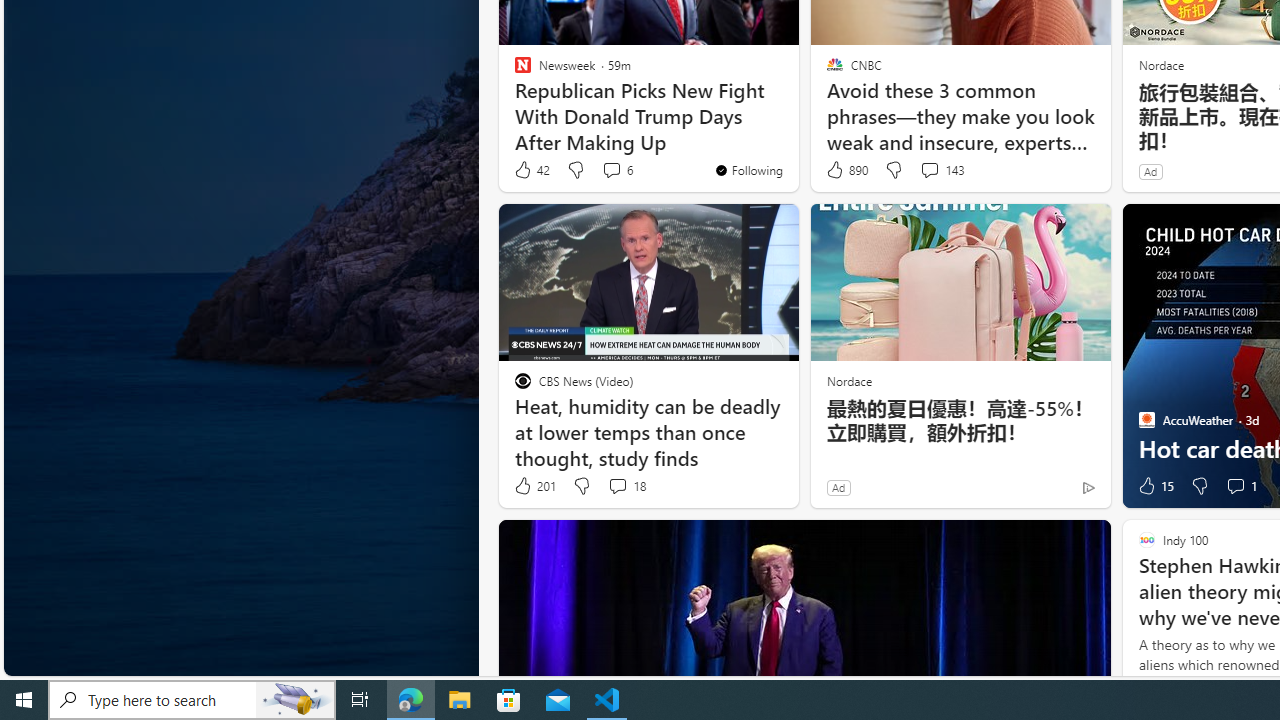 Image resolution: width=1280 pixels, height=720 pixels. What do you see at coordinates (616, 486) in the screenshot?
I see `'View comments 18 Comment'` at bounding box center [616, 486].